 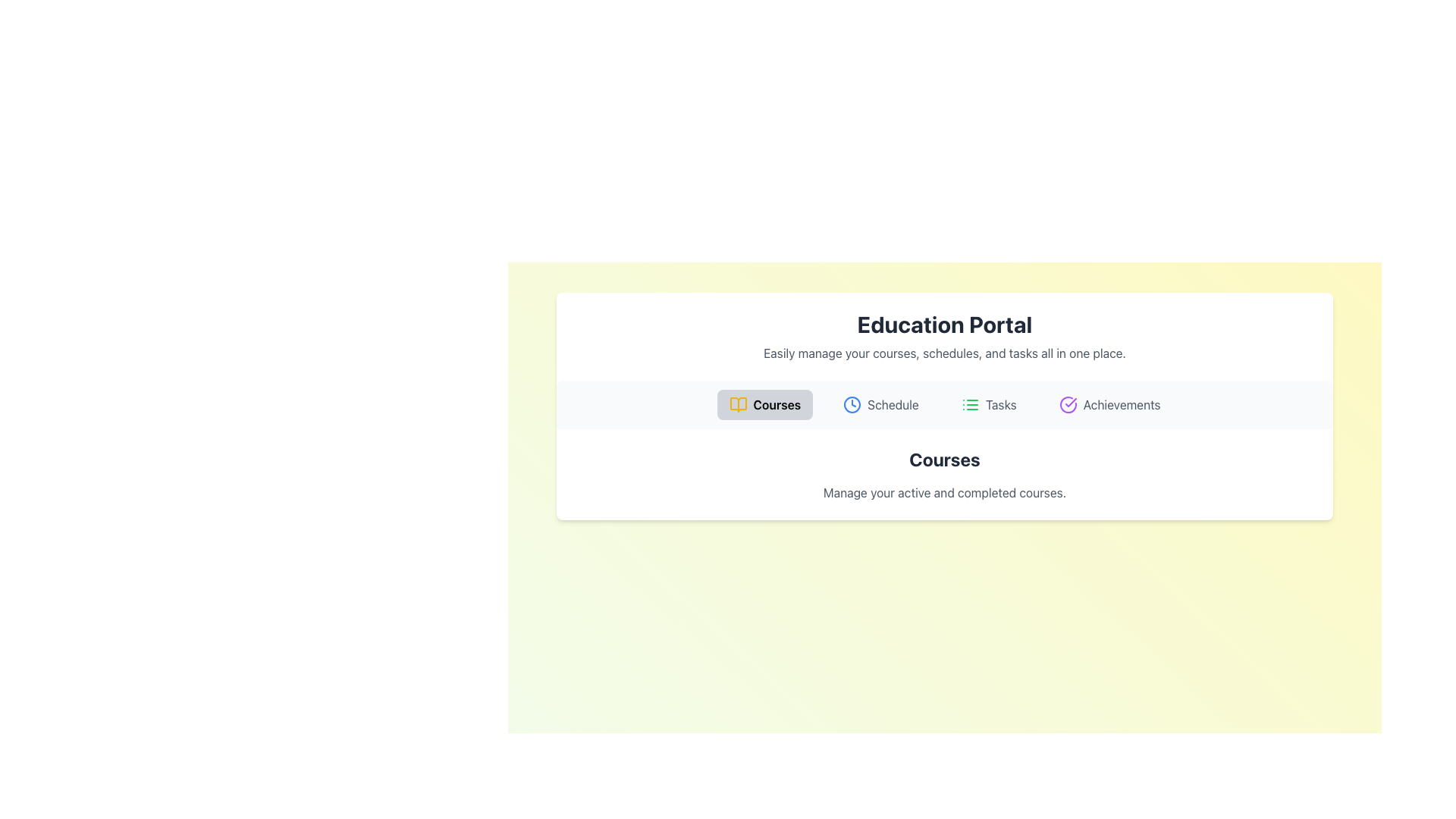 I want to click on the 'Schedule' text label in the navigation bar, so click(x=893, y=403).